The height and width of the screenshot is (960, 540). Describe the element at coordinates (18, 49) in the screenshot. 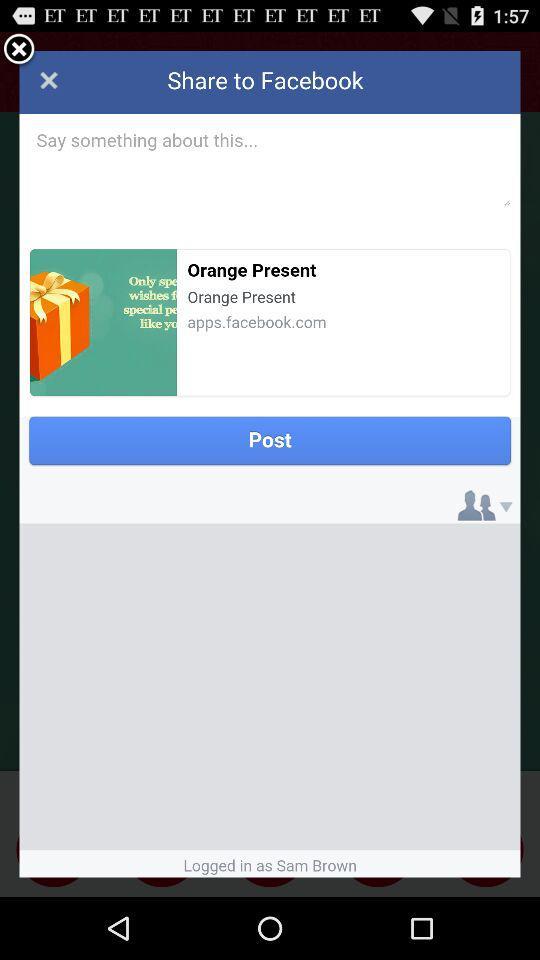

I see `frame` at that location.